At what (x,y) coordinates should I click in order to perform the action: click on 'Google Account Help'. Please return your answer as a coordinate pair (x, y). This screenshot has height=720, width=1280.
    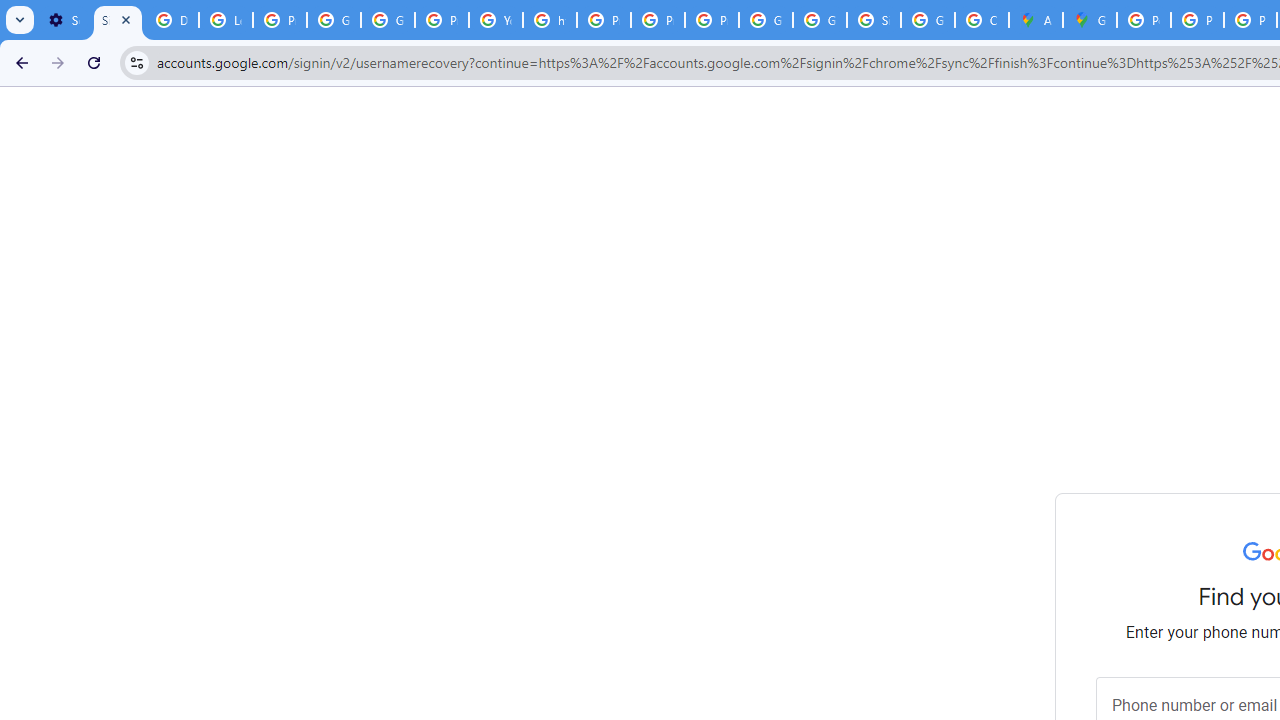
    Looking at the image, I should click on (334, 20).